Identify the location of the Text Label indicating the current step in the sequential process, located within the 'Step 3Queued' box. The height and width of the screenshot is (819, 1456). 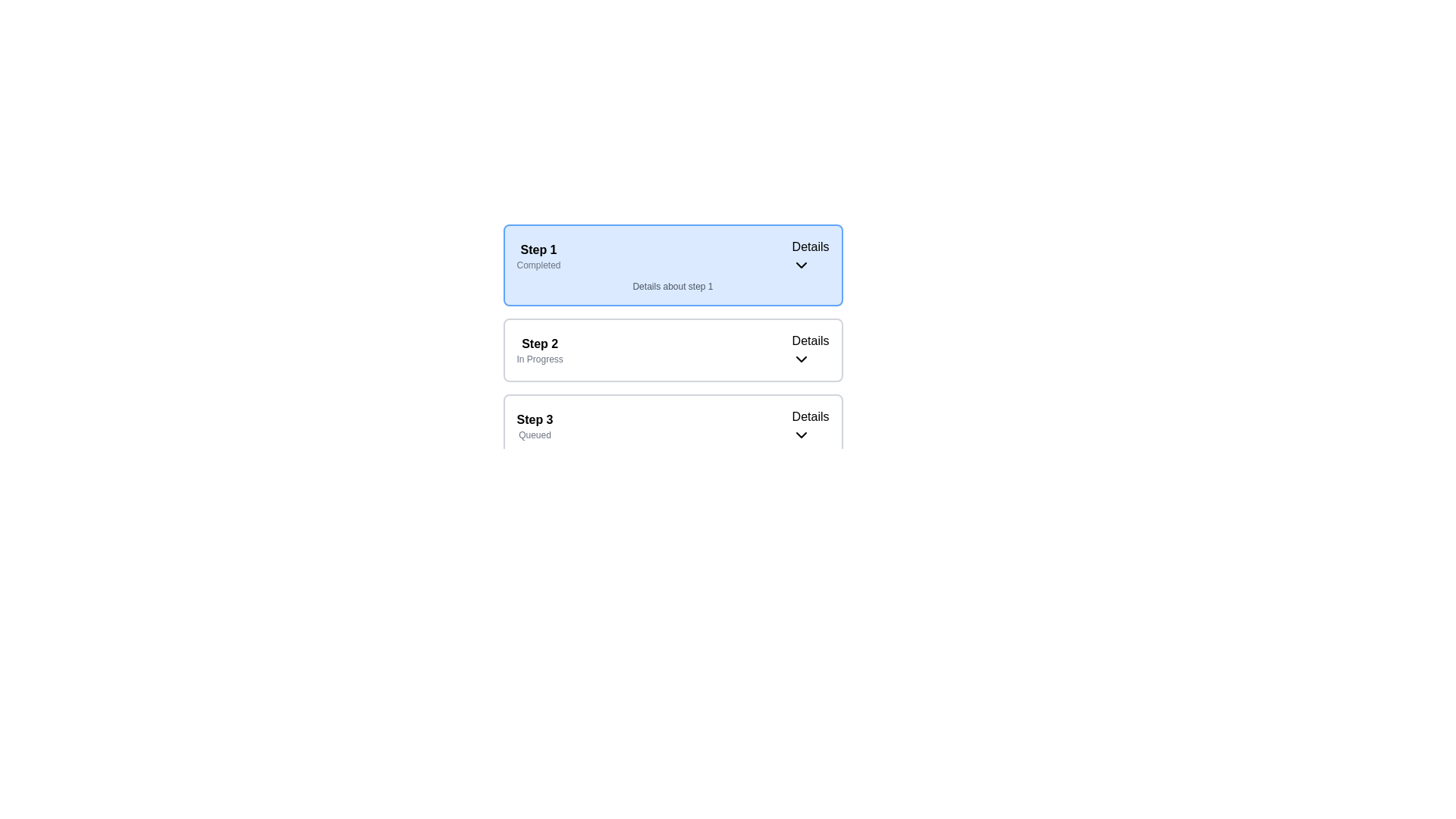
(535, 420).